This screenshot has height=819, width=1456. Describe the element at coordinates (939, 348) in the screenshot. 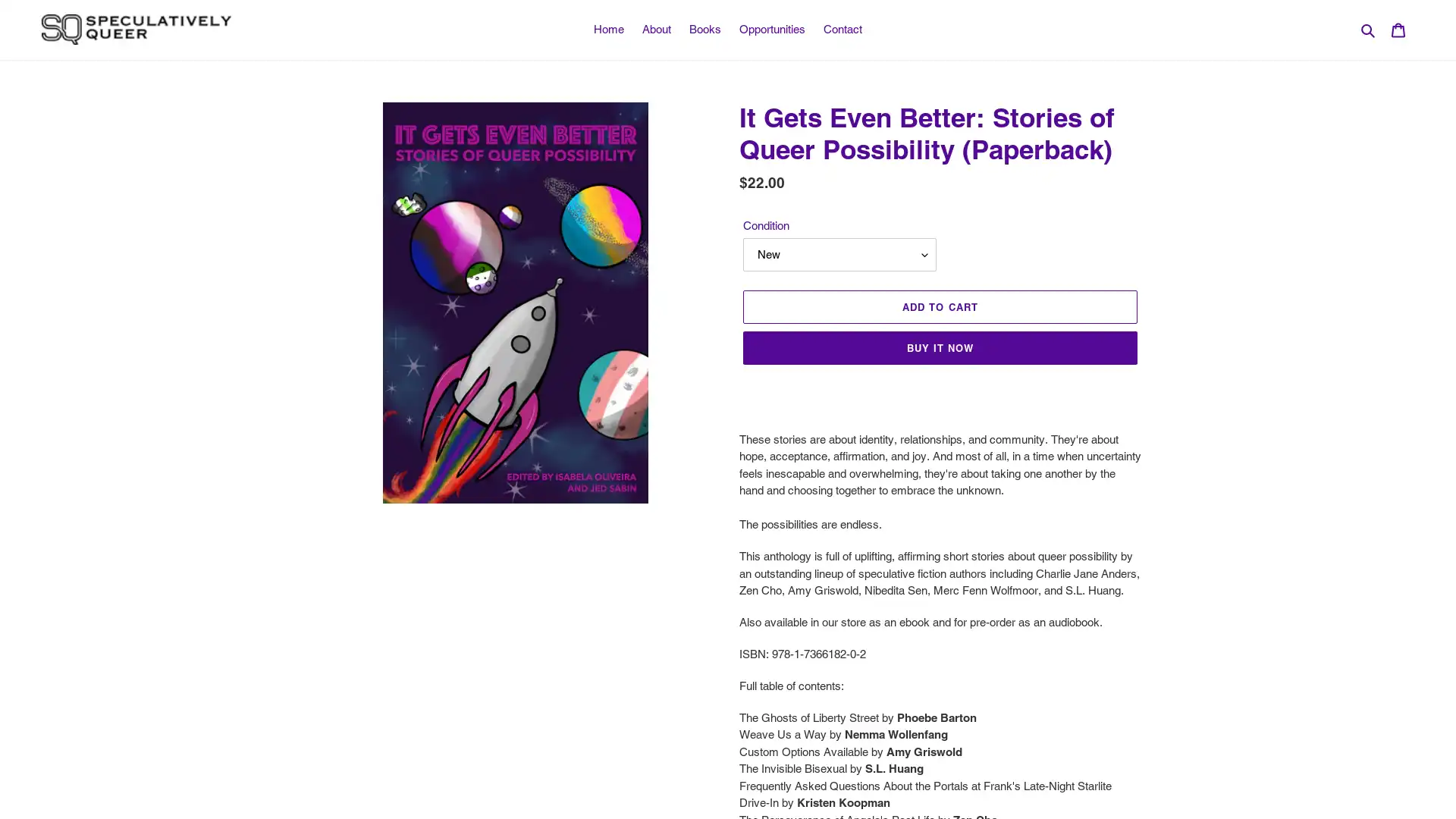

I see `BUY IT NOW` at that location.